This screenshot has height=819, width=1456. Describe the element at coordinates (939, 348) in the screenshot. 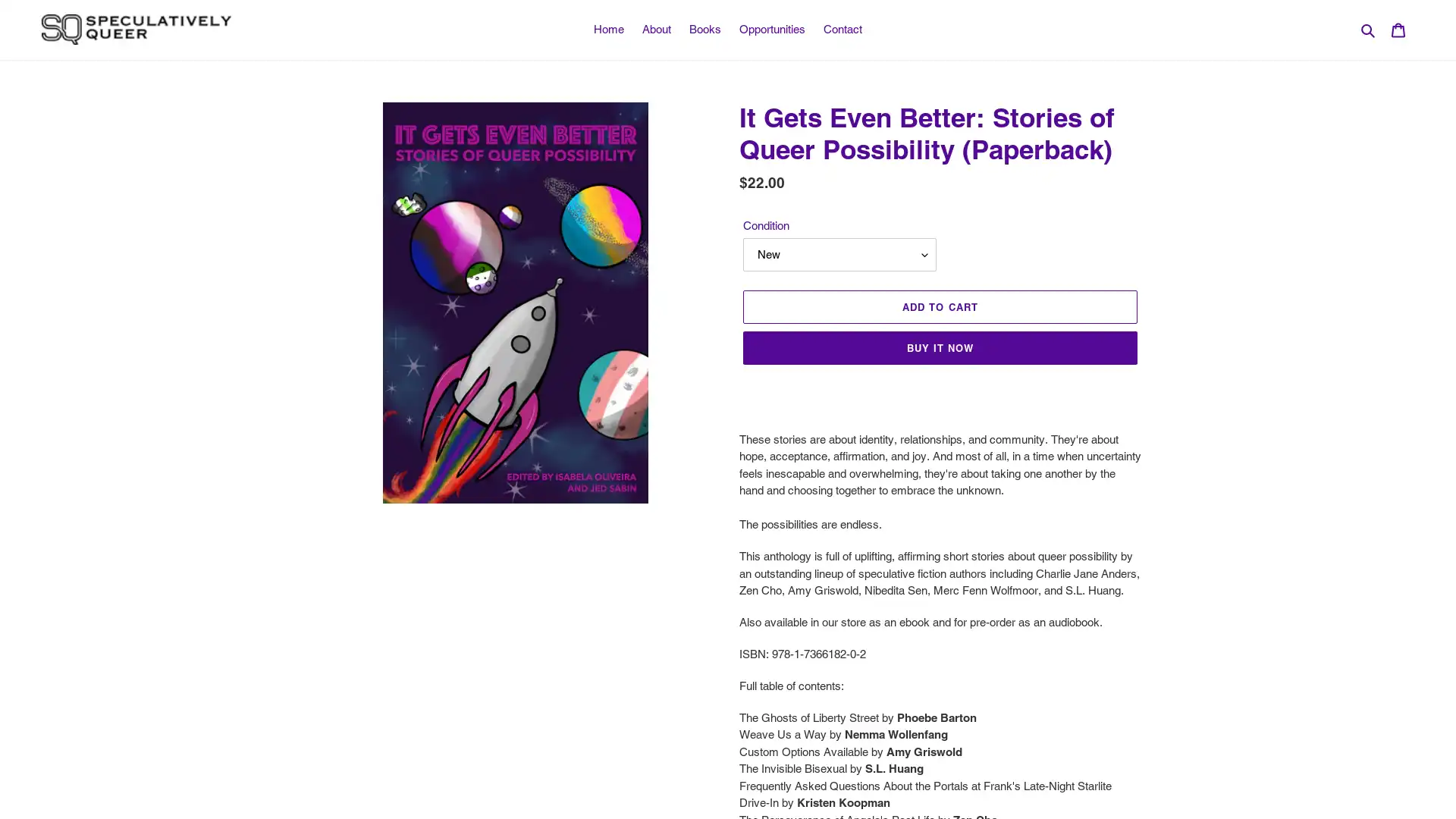

I see `BUY IT NOW` at that location.